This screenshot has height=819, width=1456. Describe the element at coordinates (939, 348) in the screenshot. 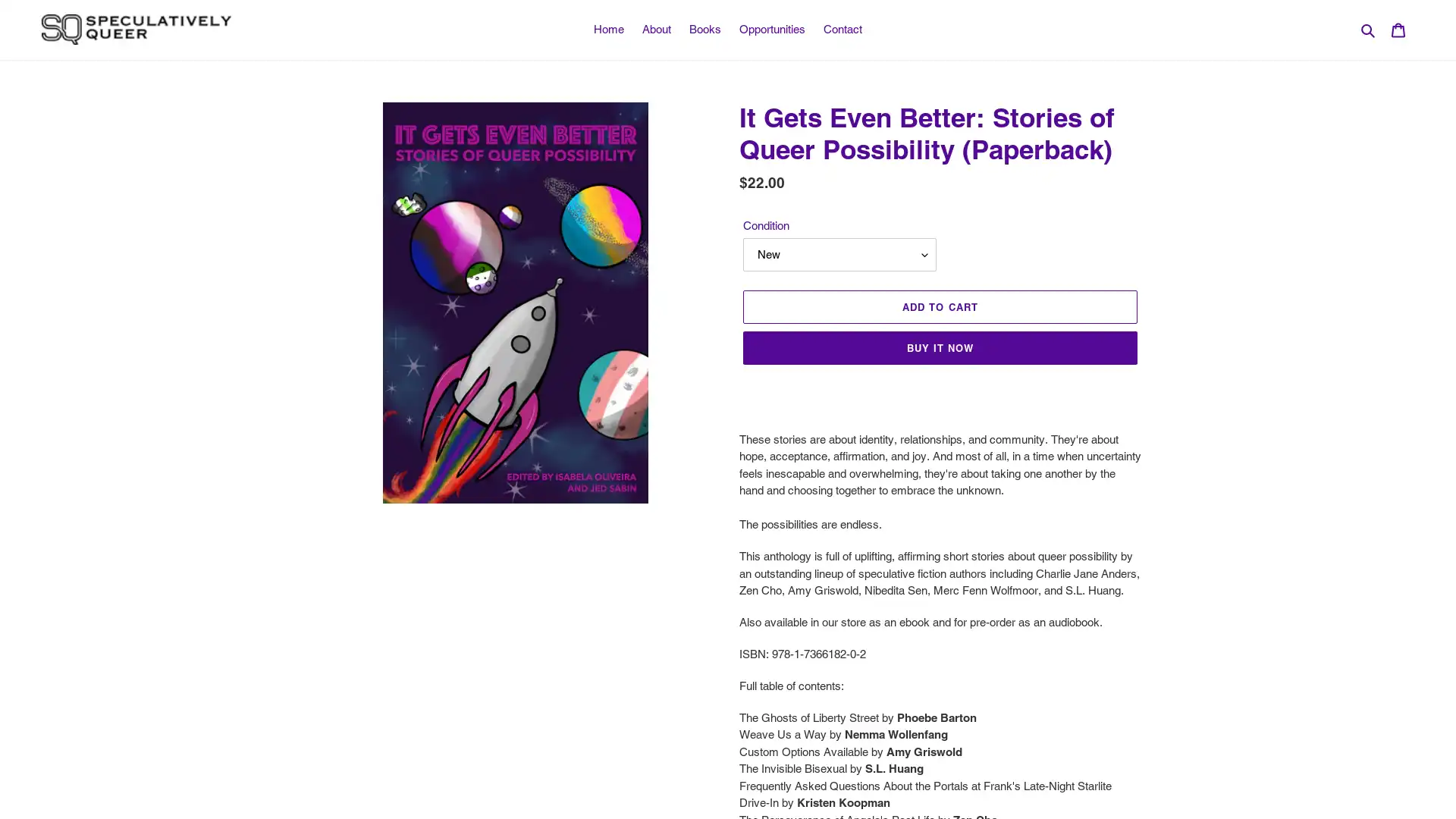

I see `BUY IT NOW` at that location.